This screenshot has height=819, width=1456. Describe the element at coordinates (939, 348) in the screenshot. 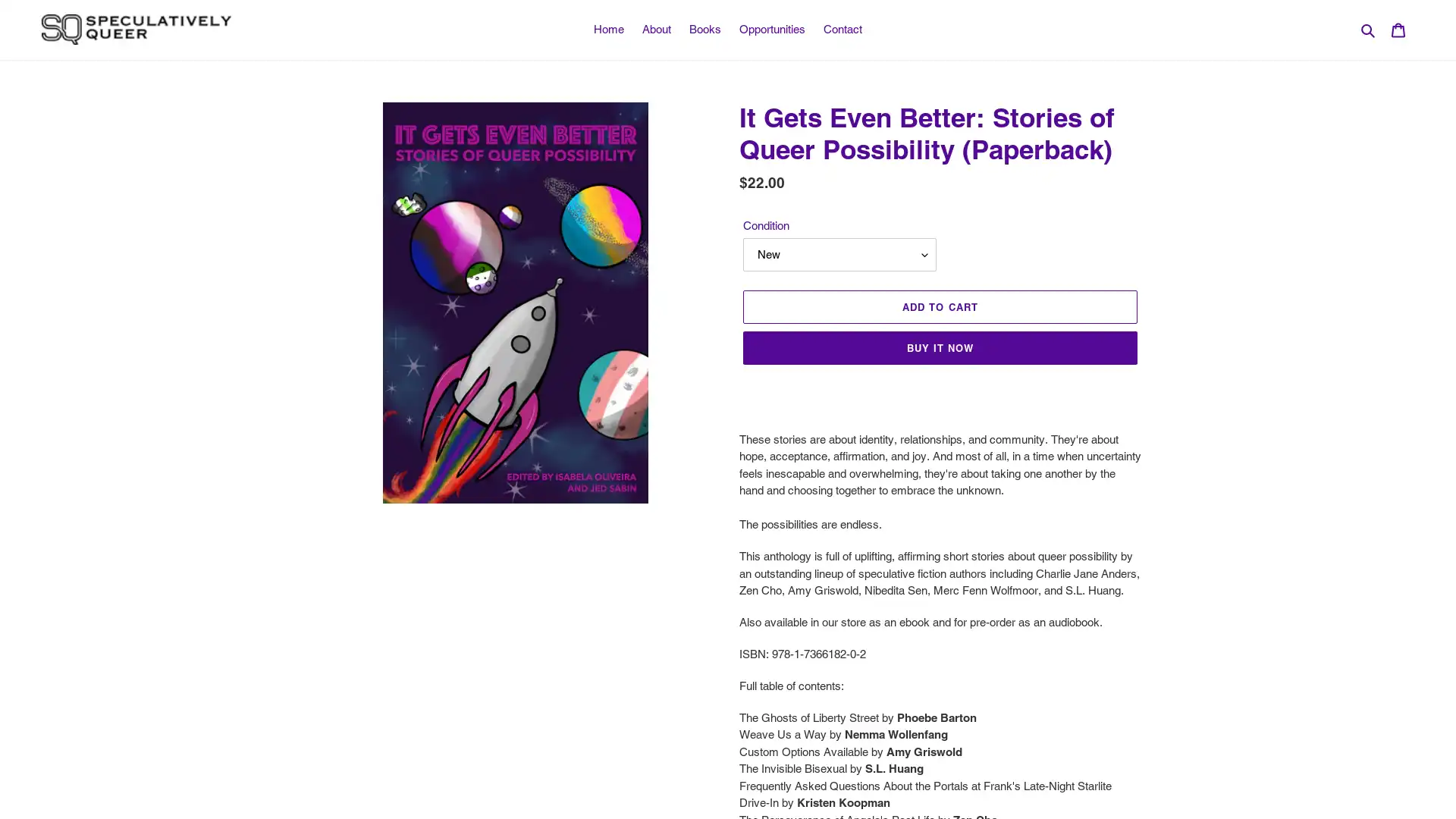

I see `BUY IT NOW` at that location.